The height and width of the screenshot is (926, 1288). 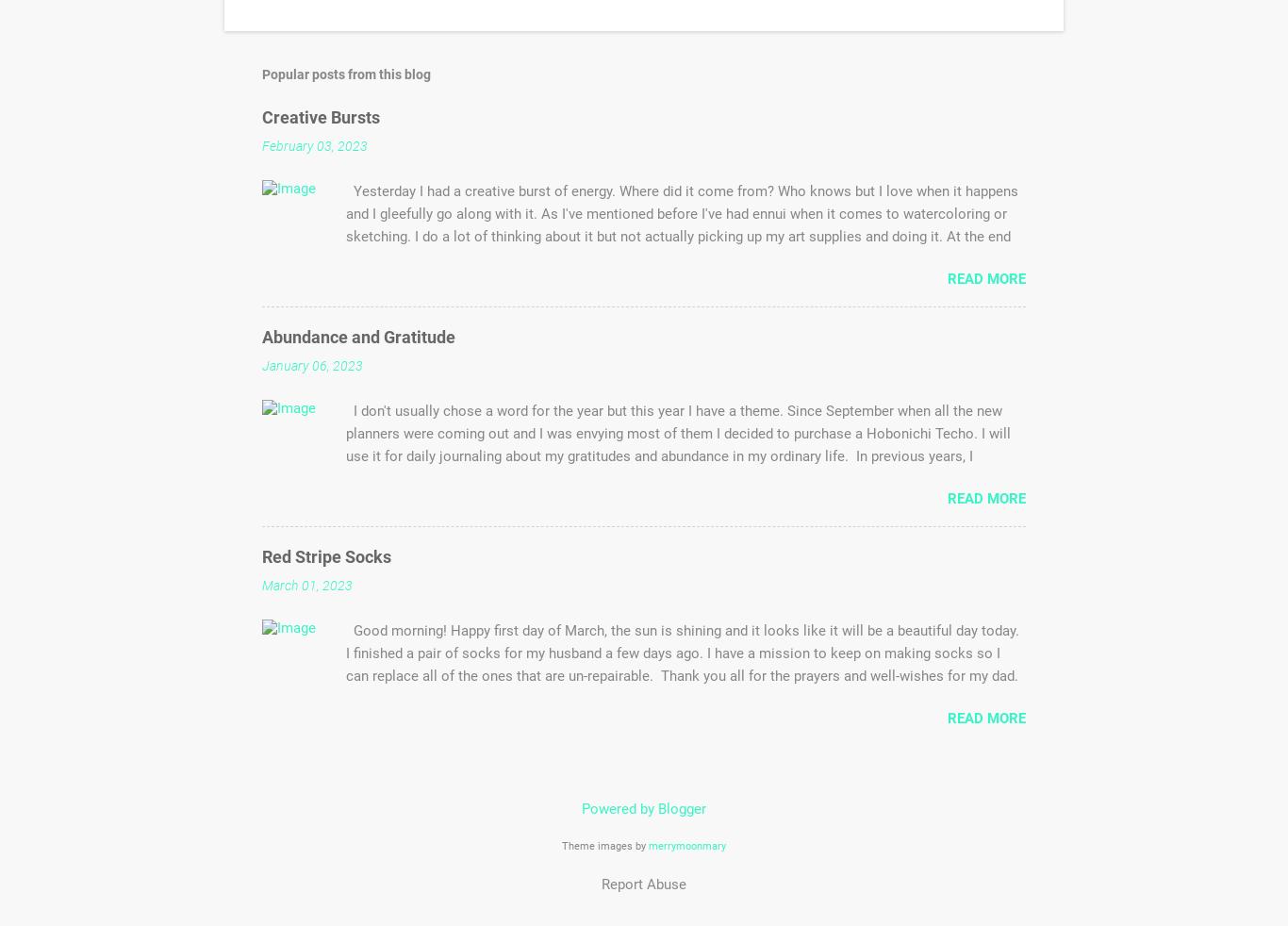 I want to click on 'Theme images by', so click(x=604, y=845).